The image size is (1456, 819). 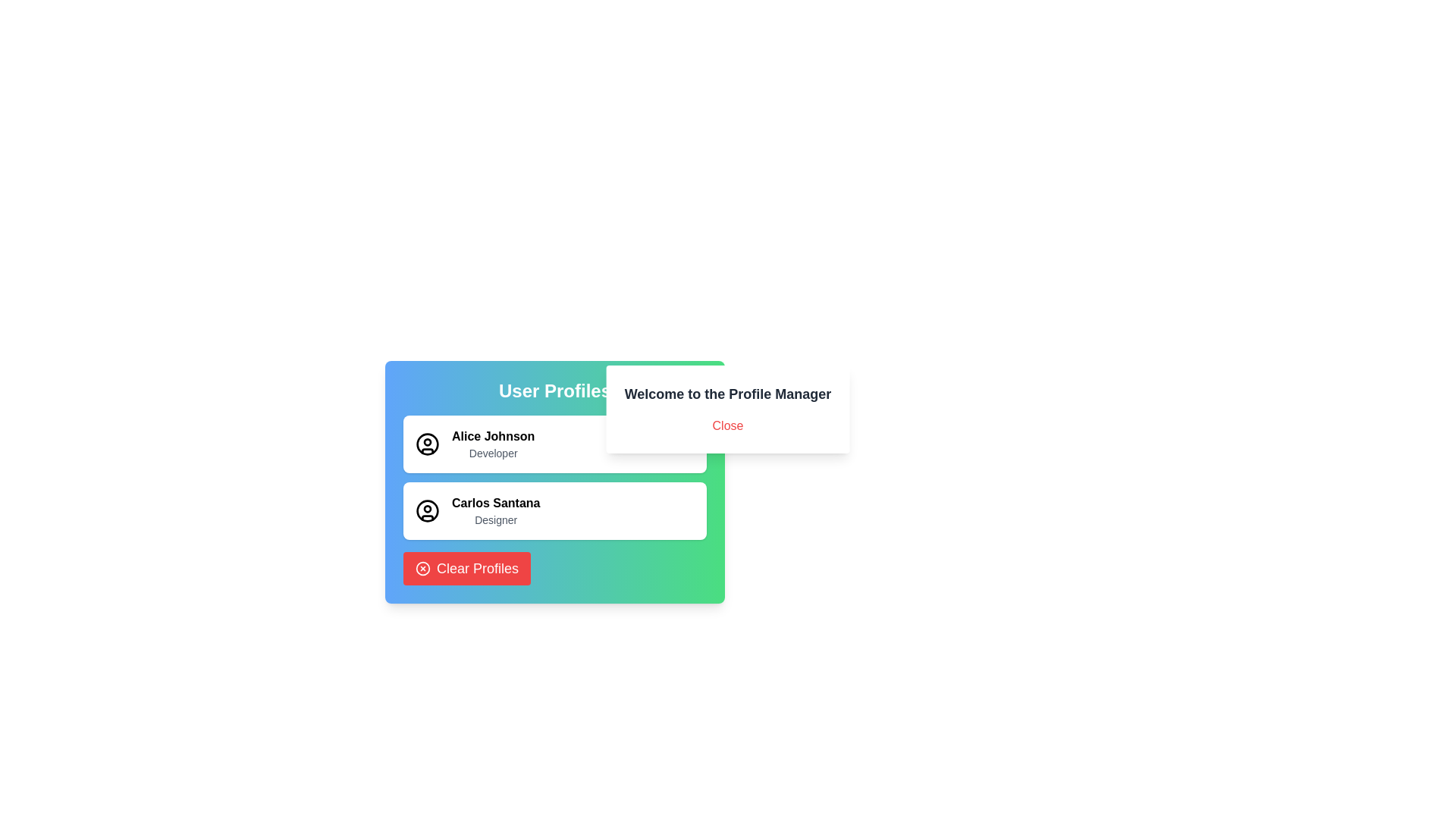 I want to click on the text label reading 'Developer' styled in a smaller gray font, which is located underneath the name 'Alice Johnson' in the first user profile card, so click(x=493, y=452).